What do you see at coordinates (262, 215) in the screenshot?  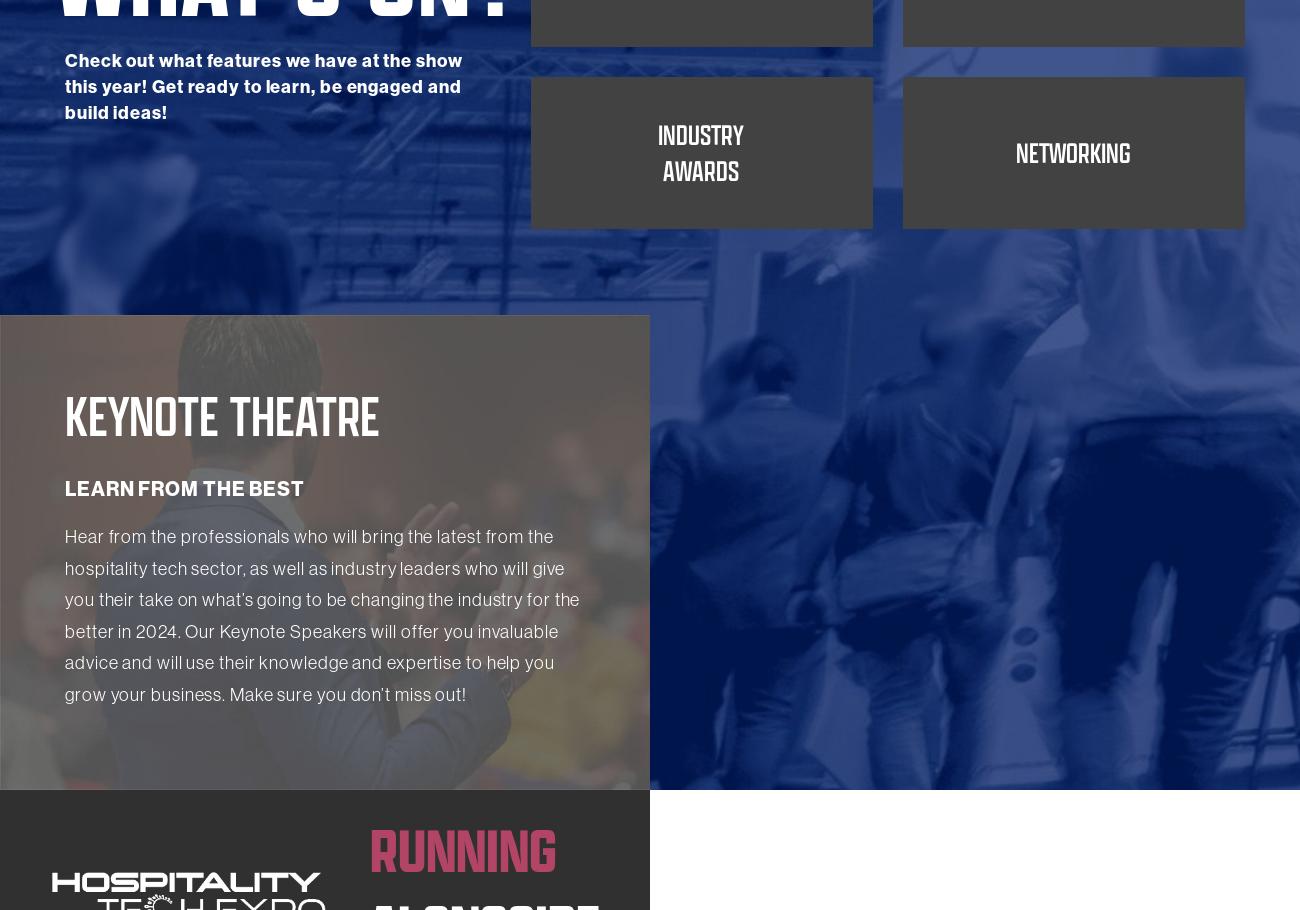 I see `'Check out what features we have at the show this year! Get ready to learn, be engaged and build ideas!'` at bounding box center [262, 215].